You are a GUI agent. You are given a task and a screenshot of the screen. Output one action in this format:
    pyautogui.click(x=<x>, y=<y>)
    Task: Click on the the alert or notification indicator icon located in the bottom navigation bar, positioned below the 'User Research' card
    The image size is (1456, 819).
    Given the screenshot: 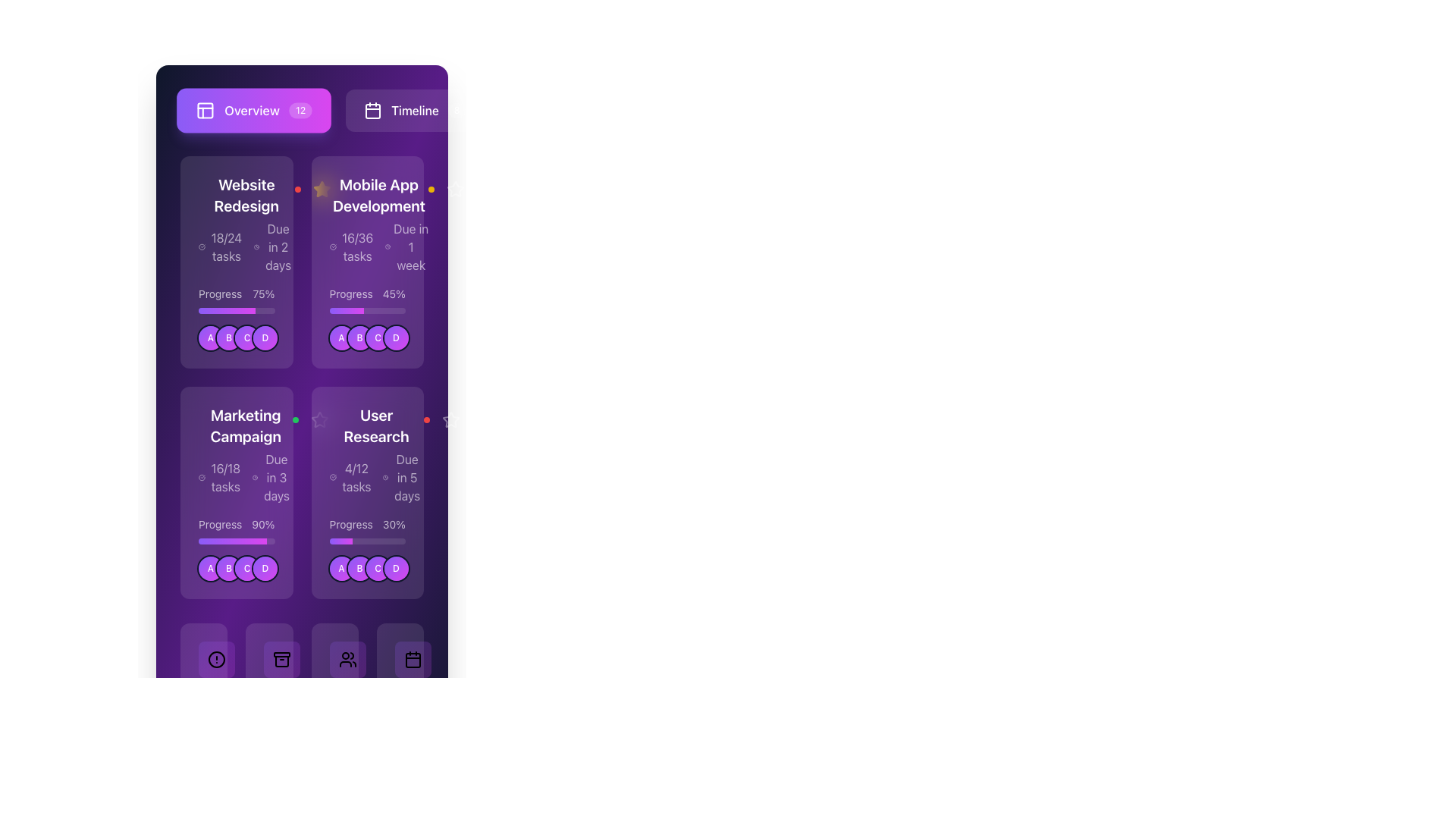 What is the action you would take?
    pyautogui.click(x=216, y=659)
    